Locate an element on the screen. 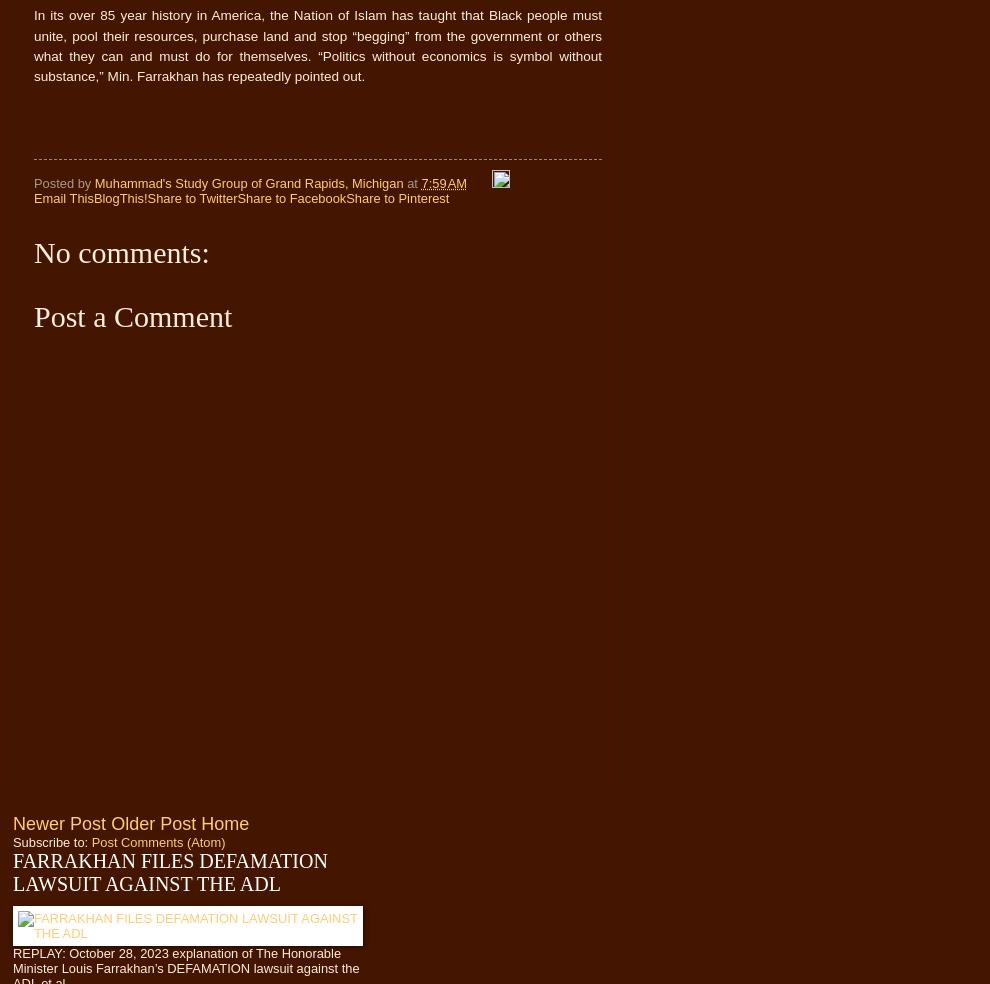 This screenshot has height=984, width=990. 'Share to Pinterest' is located at coordinates (345, 198).